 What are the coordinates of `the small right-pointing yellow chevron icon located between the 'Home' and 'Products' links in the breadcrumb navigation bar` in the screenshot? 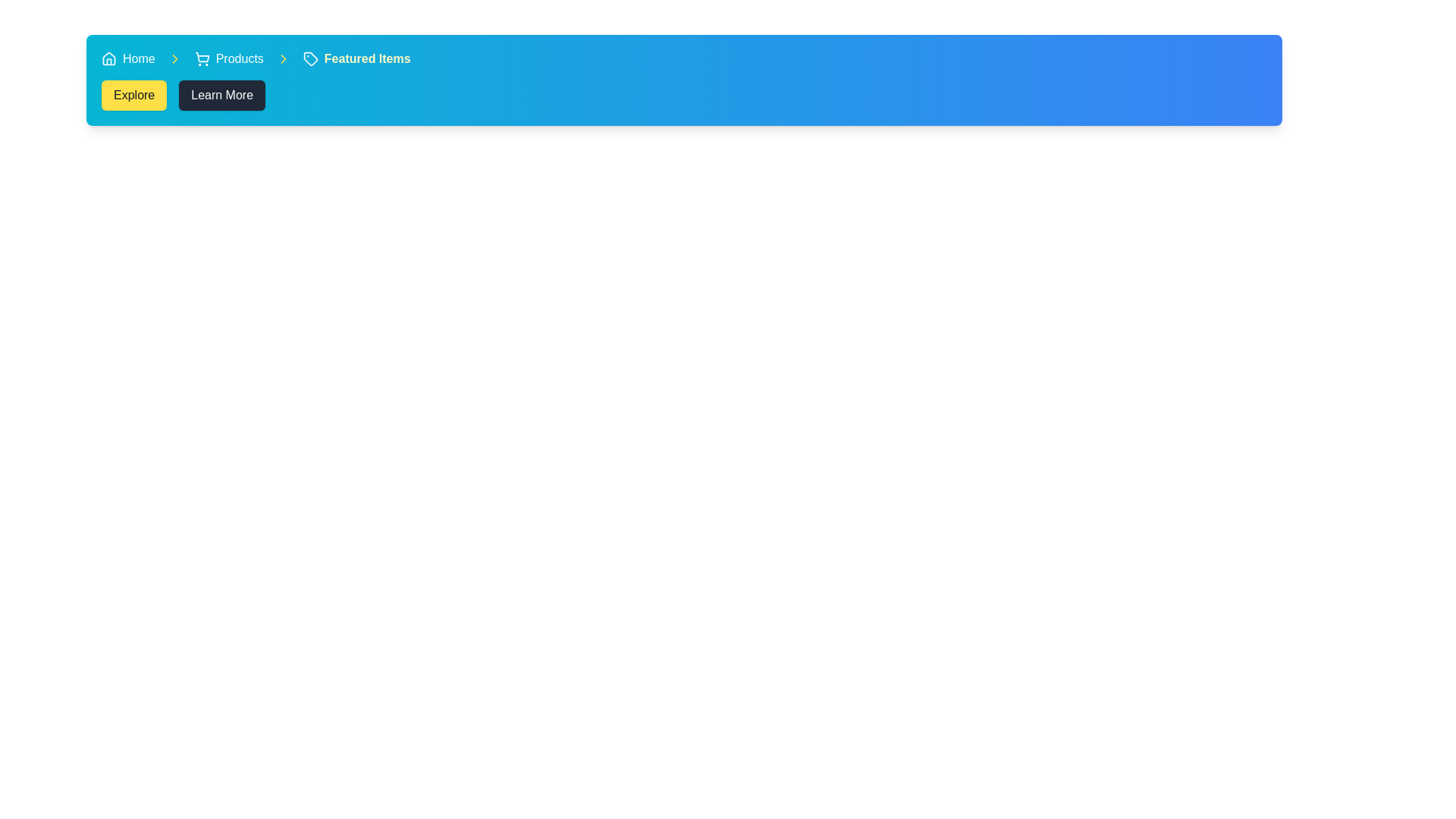 It's located at (174, 58).